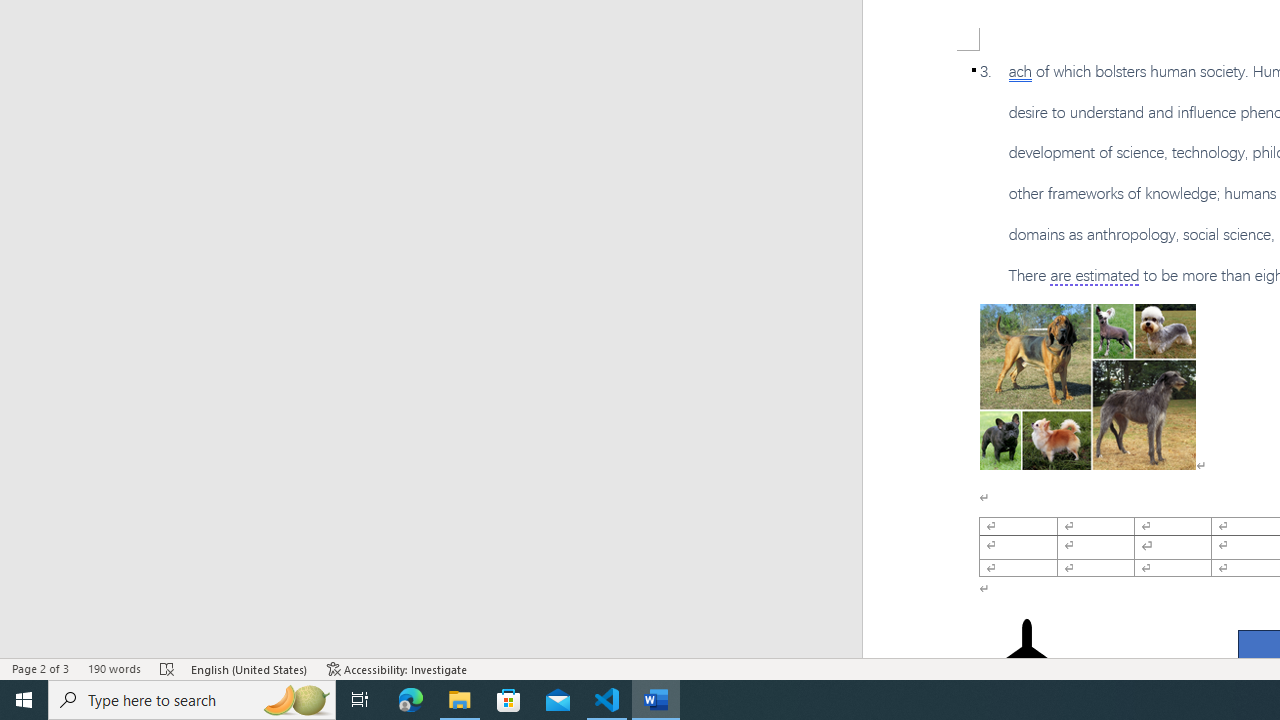  What do you see at coordinates (397, 669) in the screenshot?
I see `'Accessibility Checker Accessibility: Investigate'` at bounding box center [397, 669].